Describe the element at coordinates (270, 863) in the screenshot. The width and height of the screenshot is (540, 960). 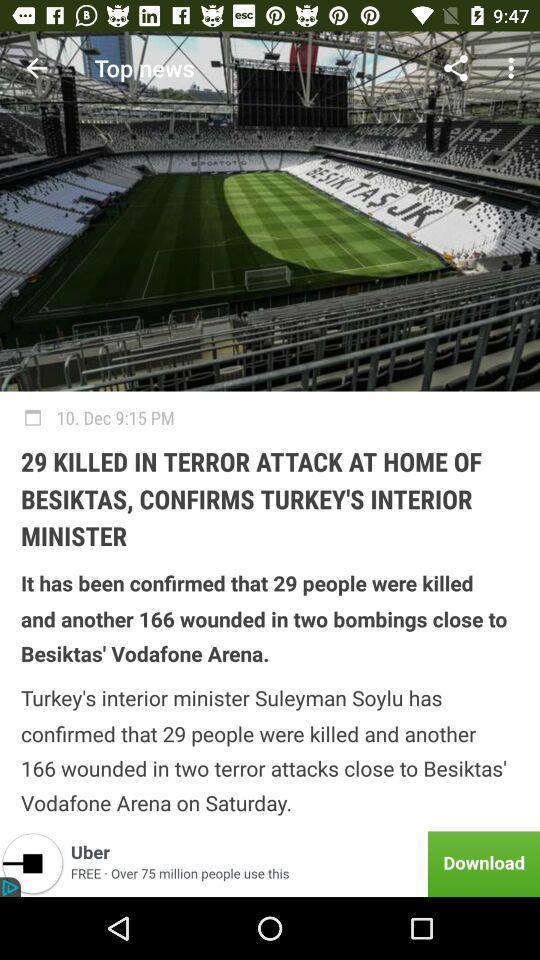
I see `item below the turkey s interior icon` at that location.